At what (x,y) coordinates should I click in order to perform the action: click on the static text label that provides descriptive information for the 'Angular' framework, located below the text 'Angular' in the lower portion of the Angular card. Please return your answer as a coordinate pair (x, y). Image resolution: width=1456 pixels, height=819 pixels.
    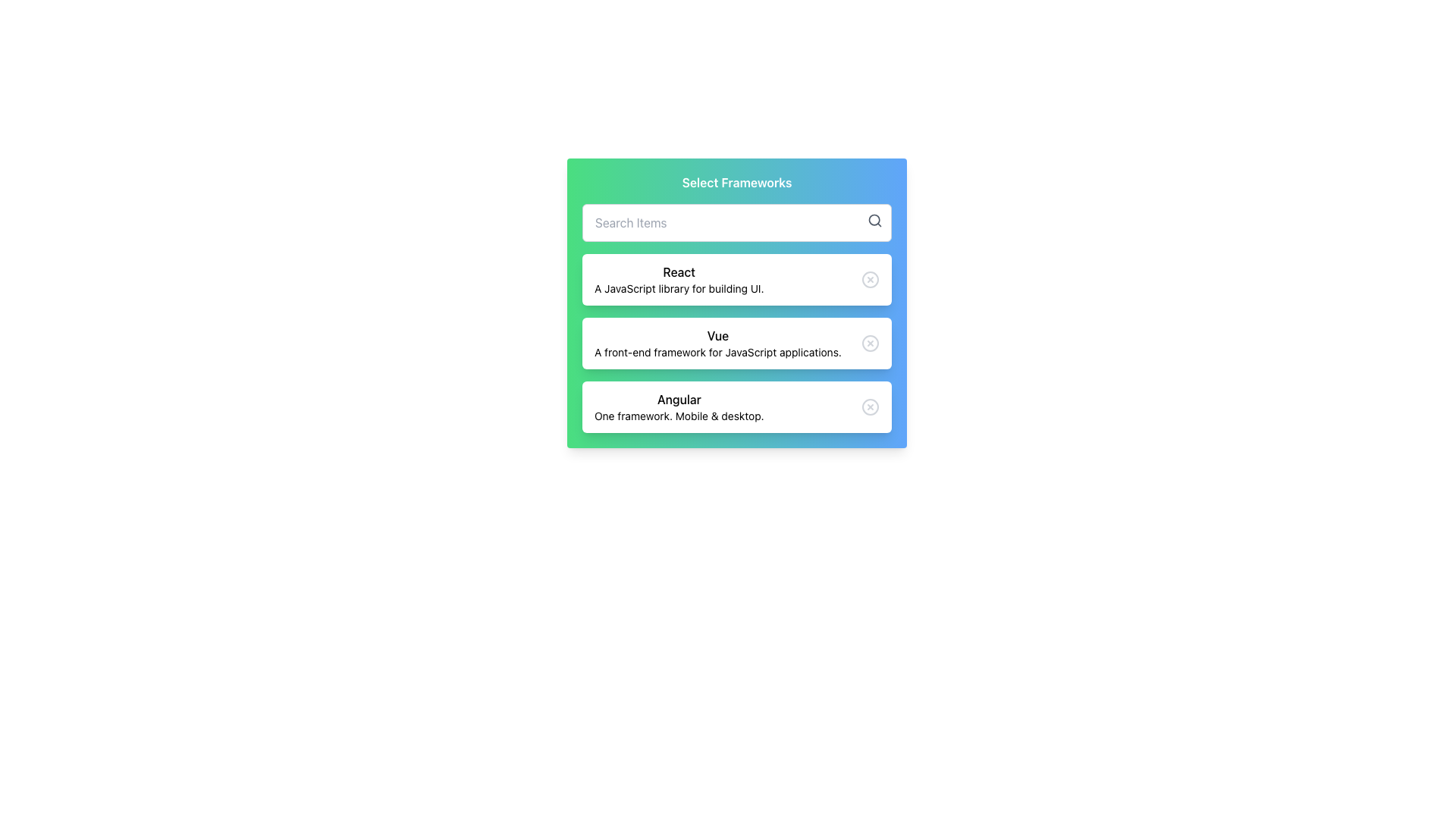
    Looking at the image, I should click on (678, 416).